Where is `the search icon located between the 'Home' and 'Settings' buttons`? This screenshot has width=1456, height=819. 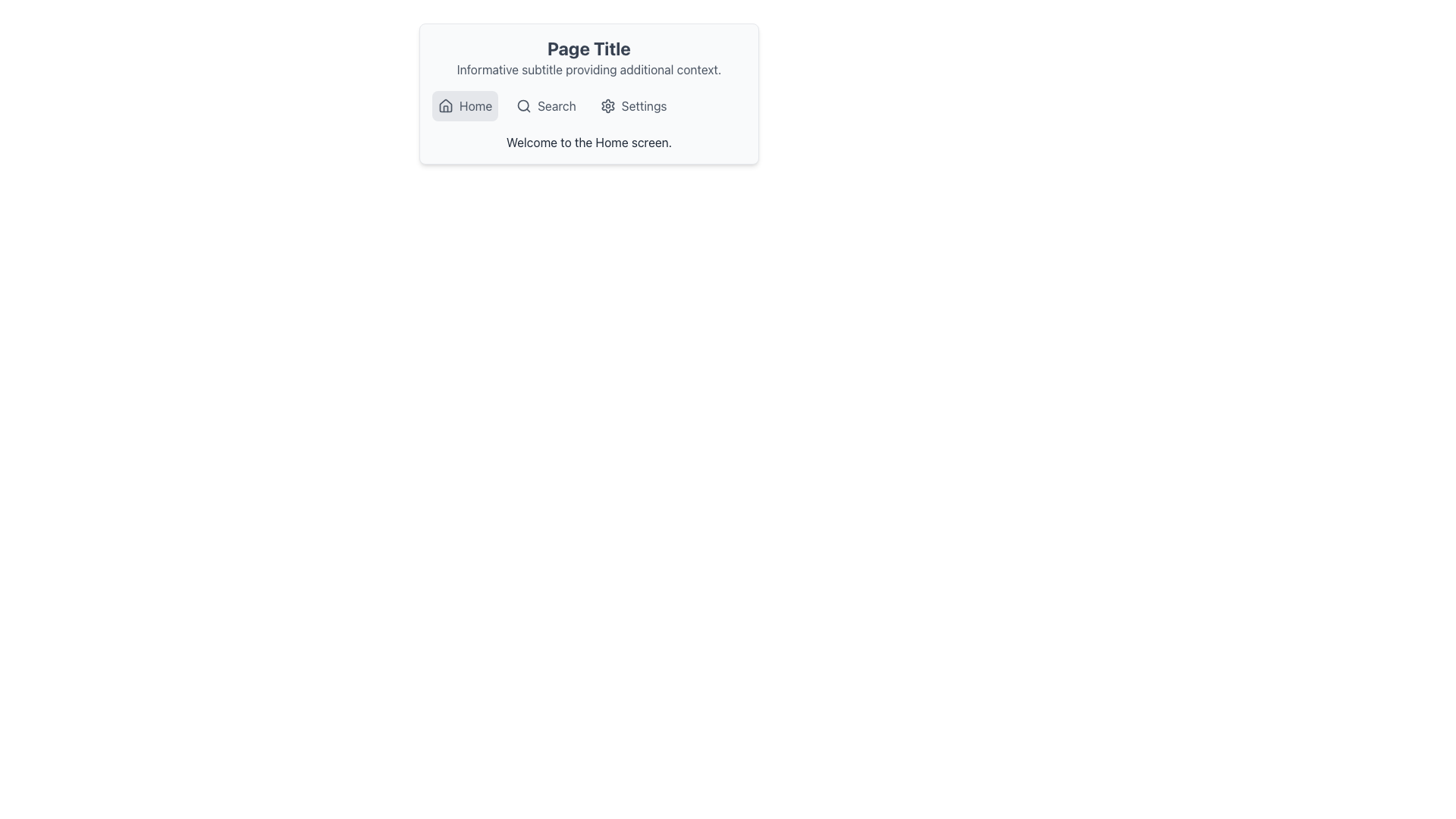
the search icon located between the 'Home' and 'Settings' buttons is located at coordinates (524, 105).